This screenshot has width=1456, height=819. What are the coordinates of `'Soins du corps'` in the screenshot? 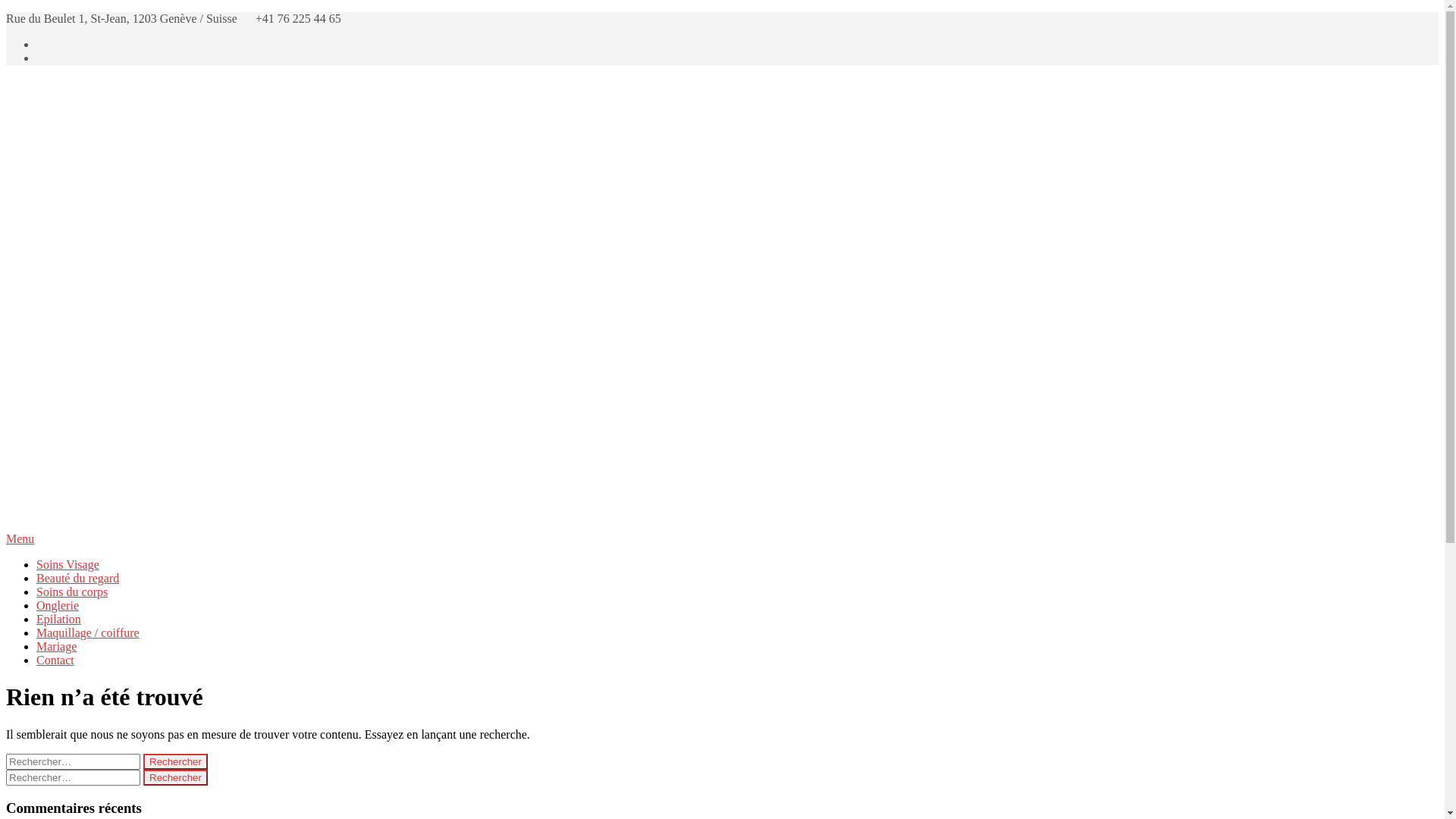 It's located at (71, 591).